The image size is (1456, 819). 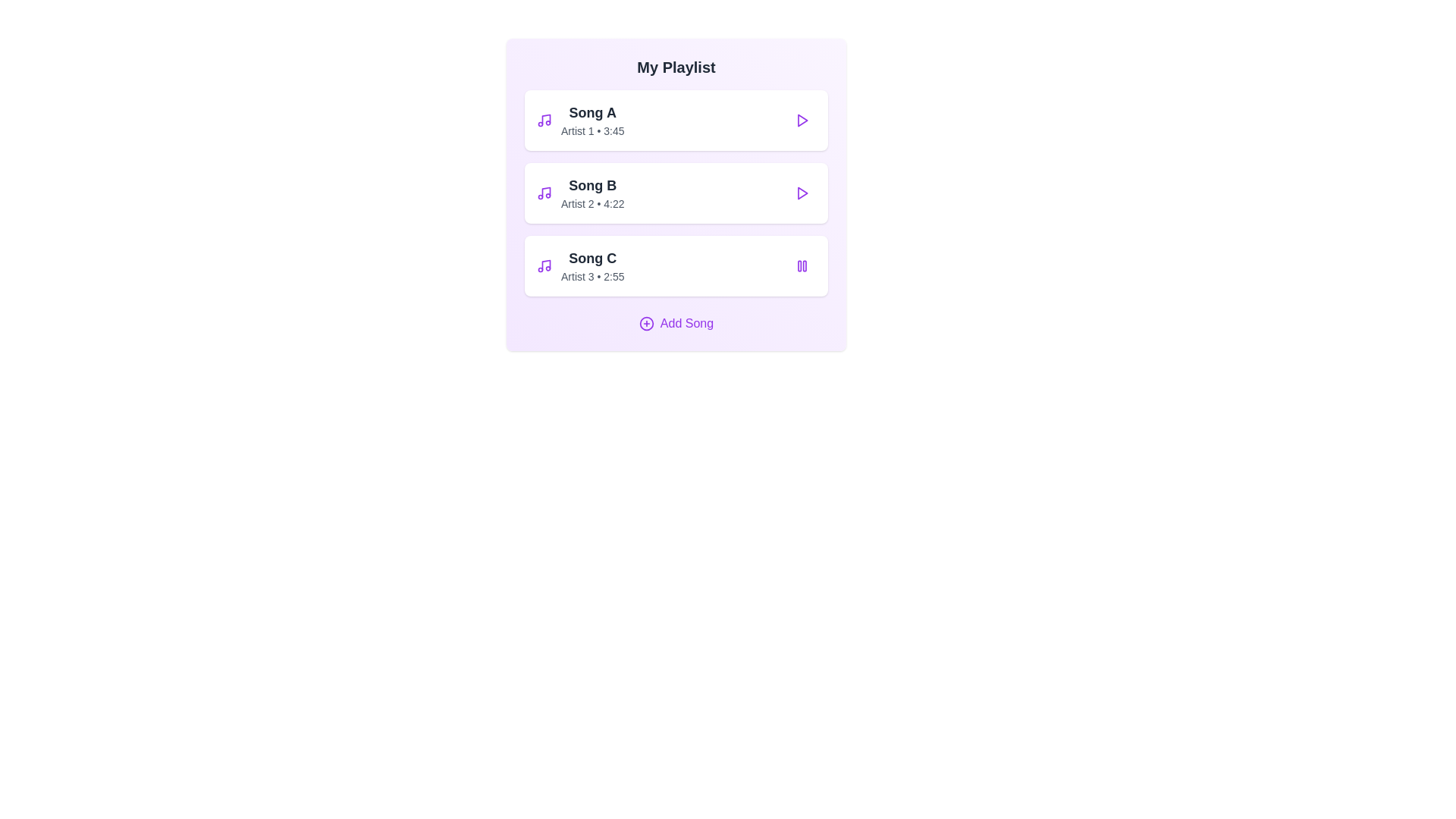 What do you see at coordinates (676, 323) in the screenshot?
I see `the 'Add Song' button to open the interface for adding a new song to the playlist` at bounding box center [676, 323].